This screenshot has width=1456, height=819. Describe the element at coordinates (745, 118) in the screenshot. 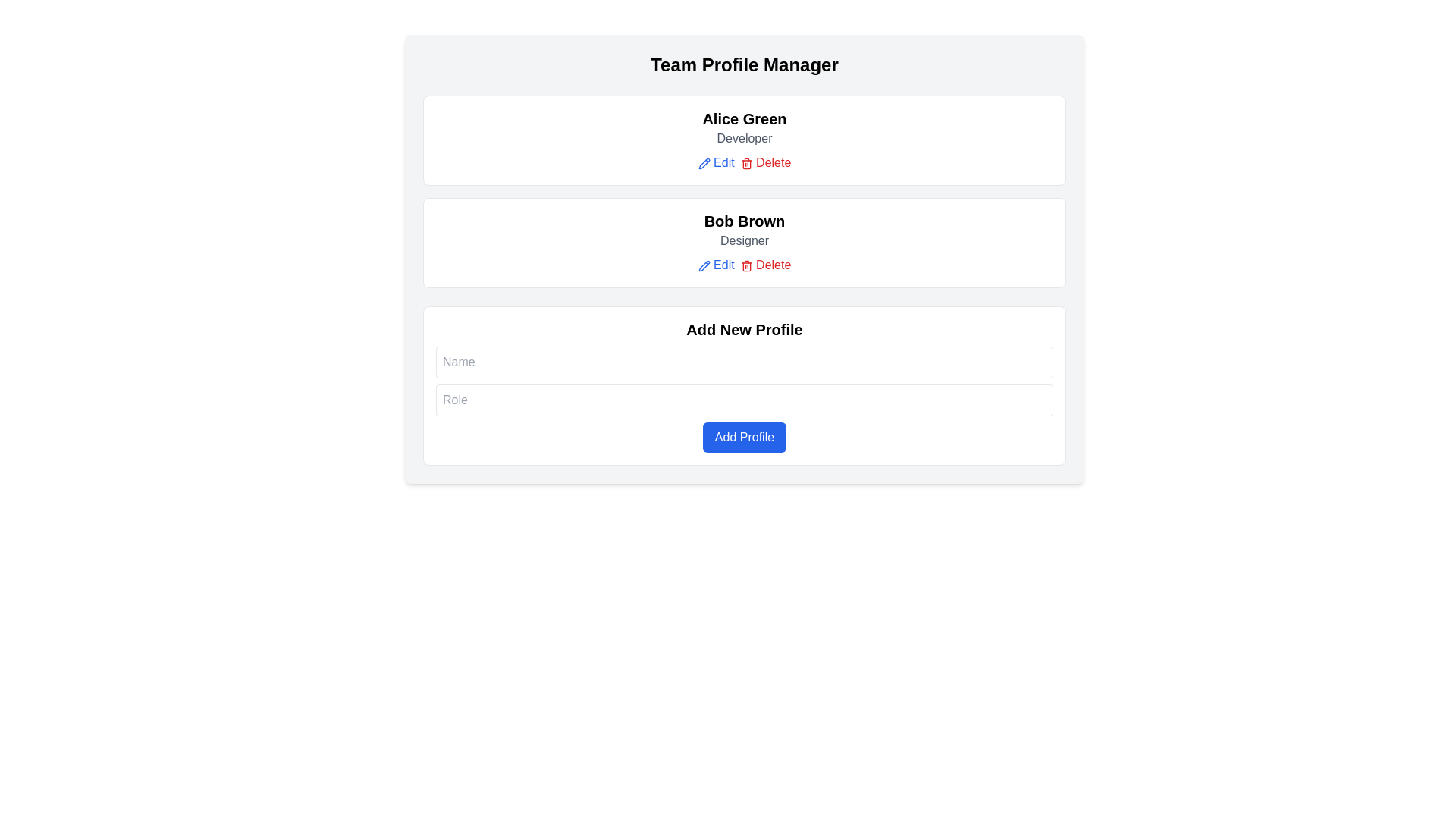

I see `the title text display element located at the top of the profile card, which identifies the individual associated with the card` at that location.